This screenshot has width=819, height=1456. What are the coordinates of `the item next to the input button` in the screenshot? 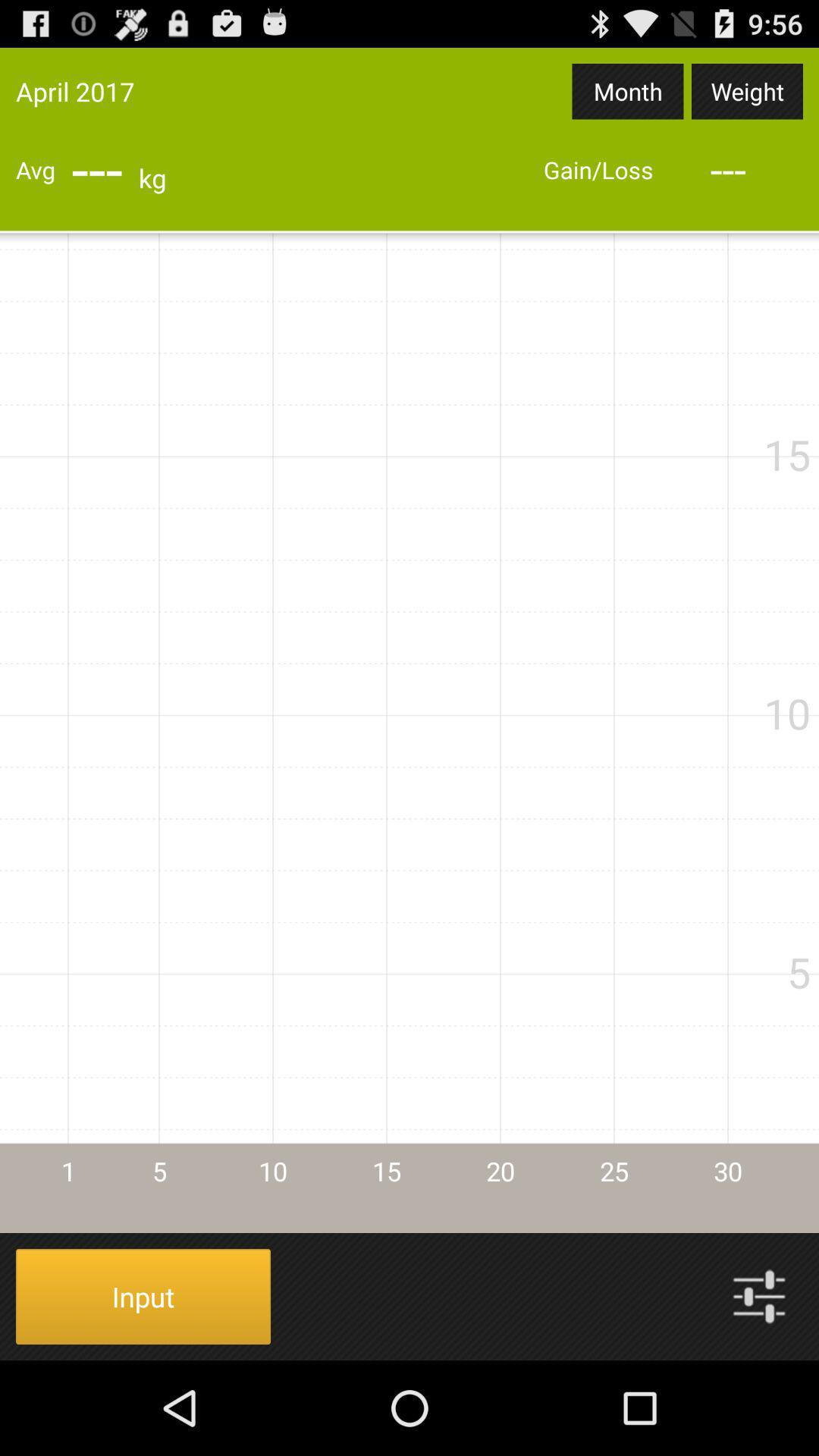 It's located at (759, 1295).